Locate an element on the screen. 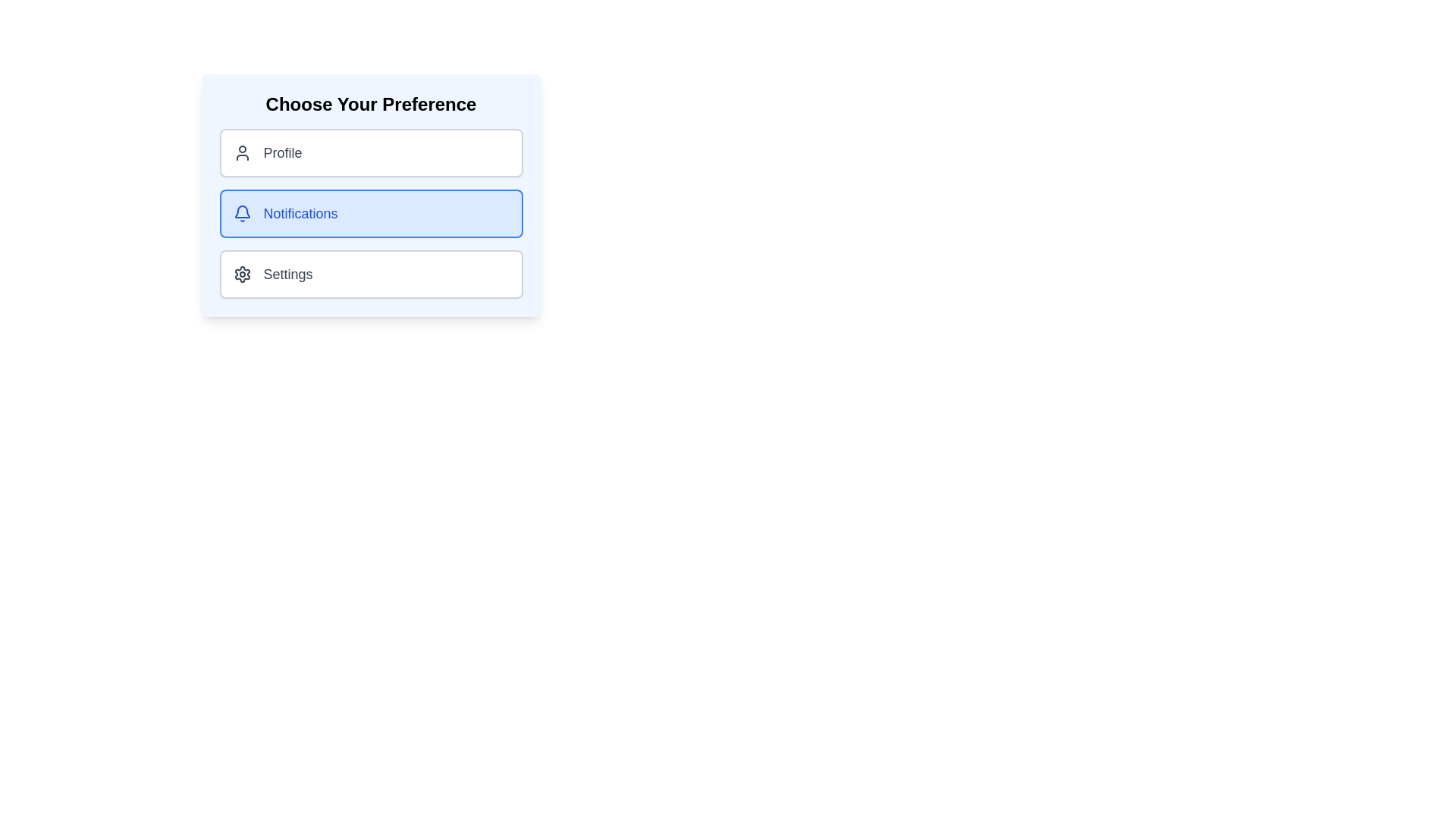 The height and width of the screenshot is (819, 1456). the Profile icon located to the left of the Profile button, serving as a visual indicator for the Profile option is located at coordinates (241, 152).